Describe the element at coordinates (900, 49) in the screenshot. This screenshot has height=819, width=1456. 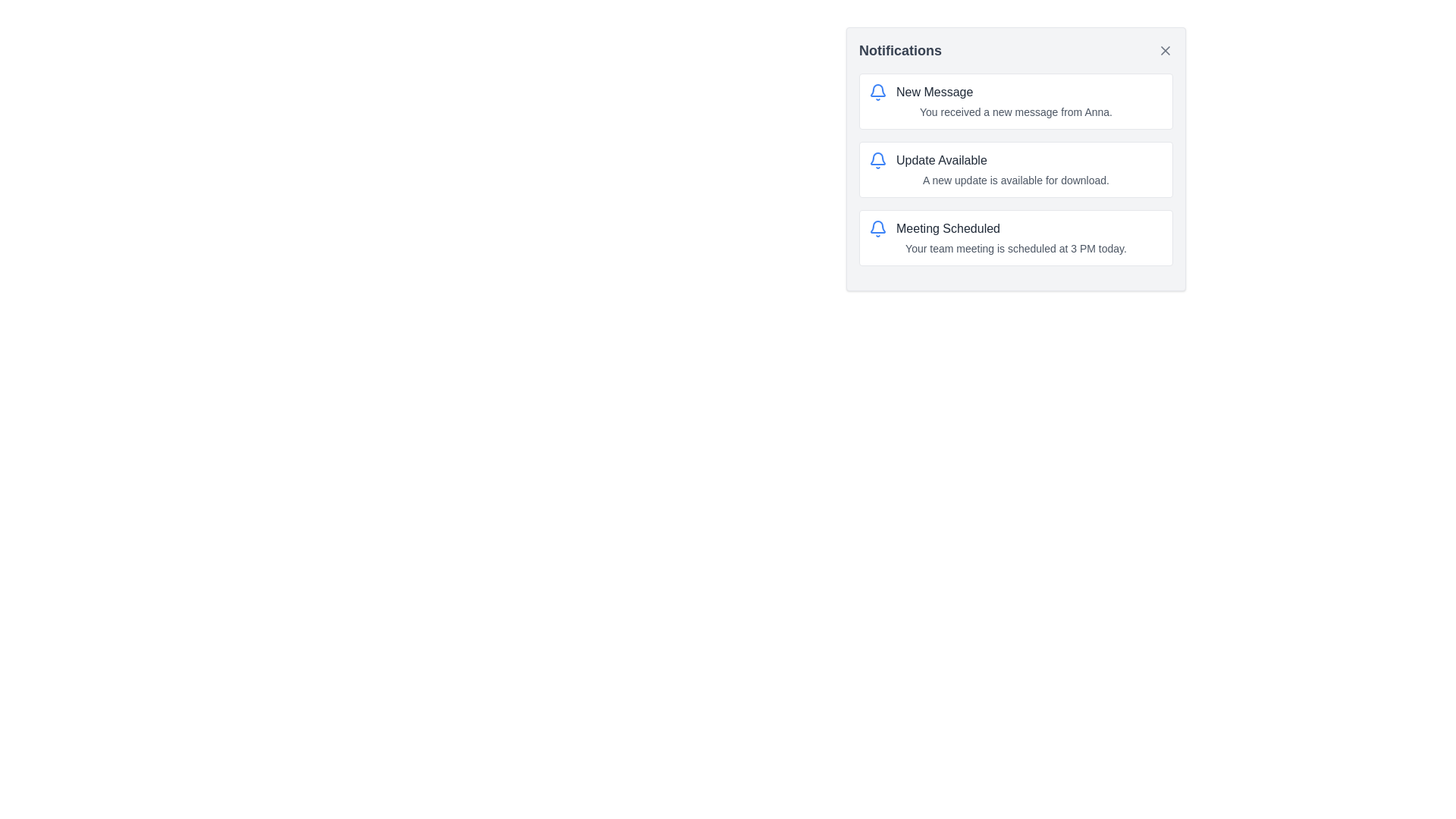
I see `the 'Notifications' static text label, which is styled in bold, large gray font and serves as a section header for the notification panel` at that location.